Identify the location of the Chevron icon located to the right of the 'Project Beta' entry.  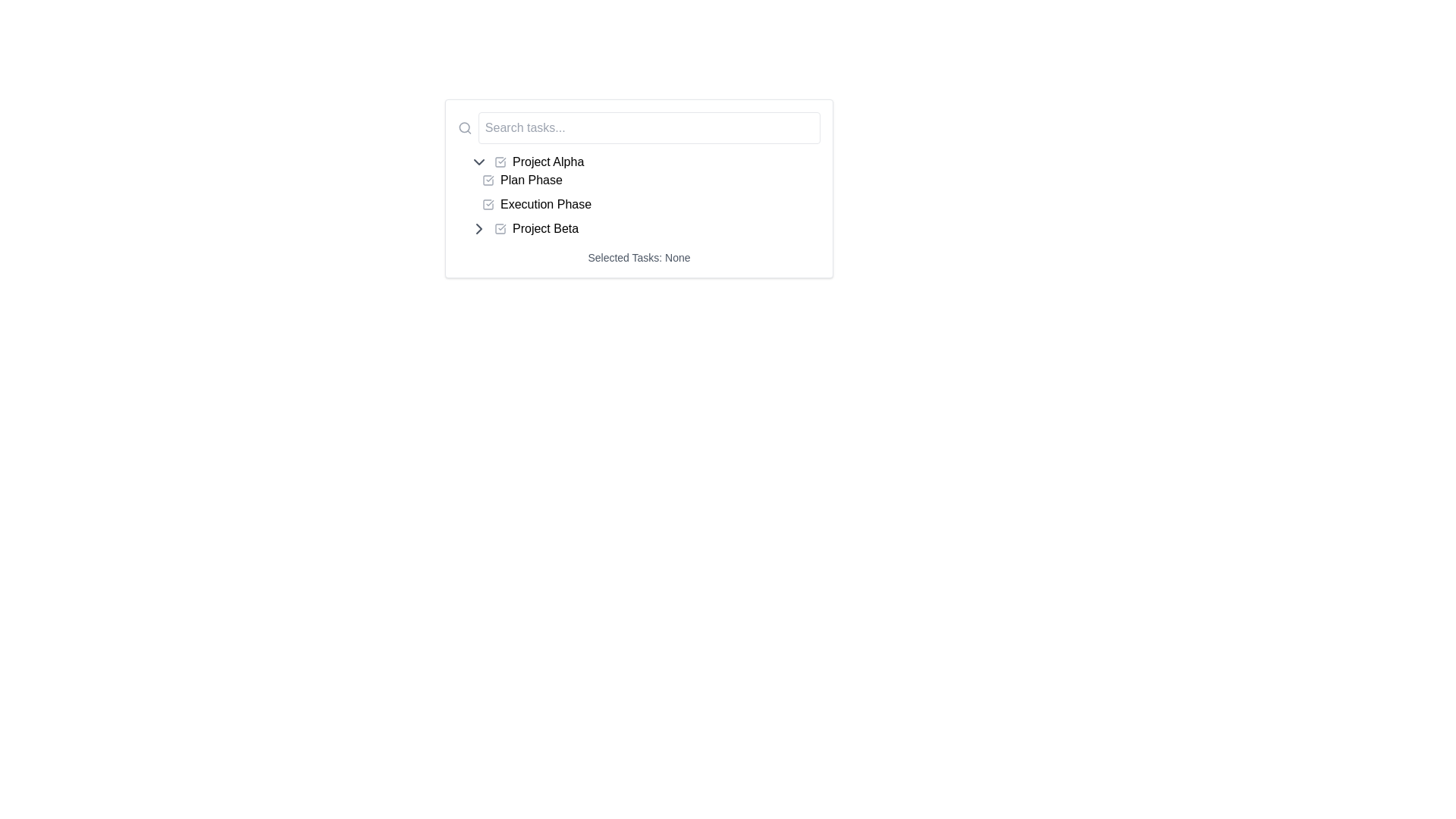
(479, 228).